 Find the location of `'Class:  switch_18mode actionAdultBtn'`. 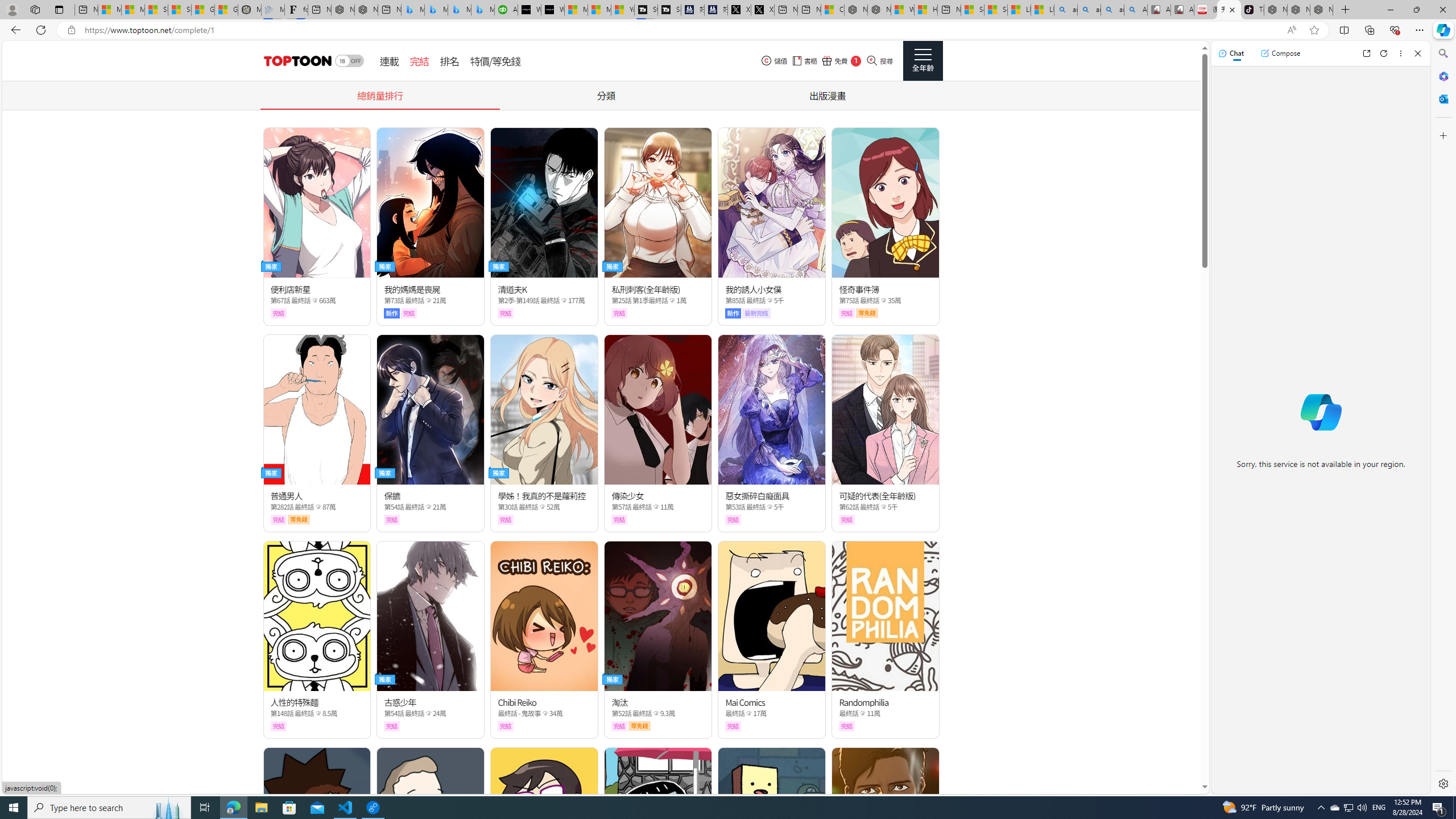

'Class:  switch_18mode actionAdultBtn' is located at coordinates (349, 61).